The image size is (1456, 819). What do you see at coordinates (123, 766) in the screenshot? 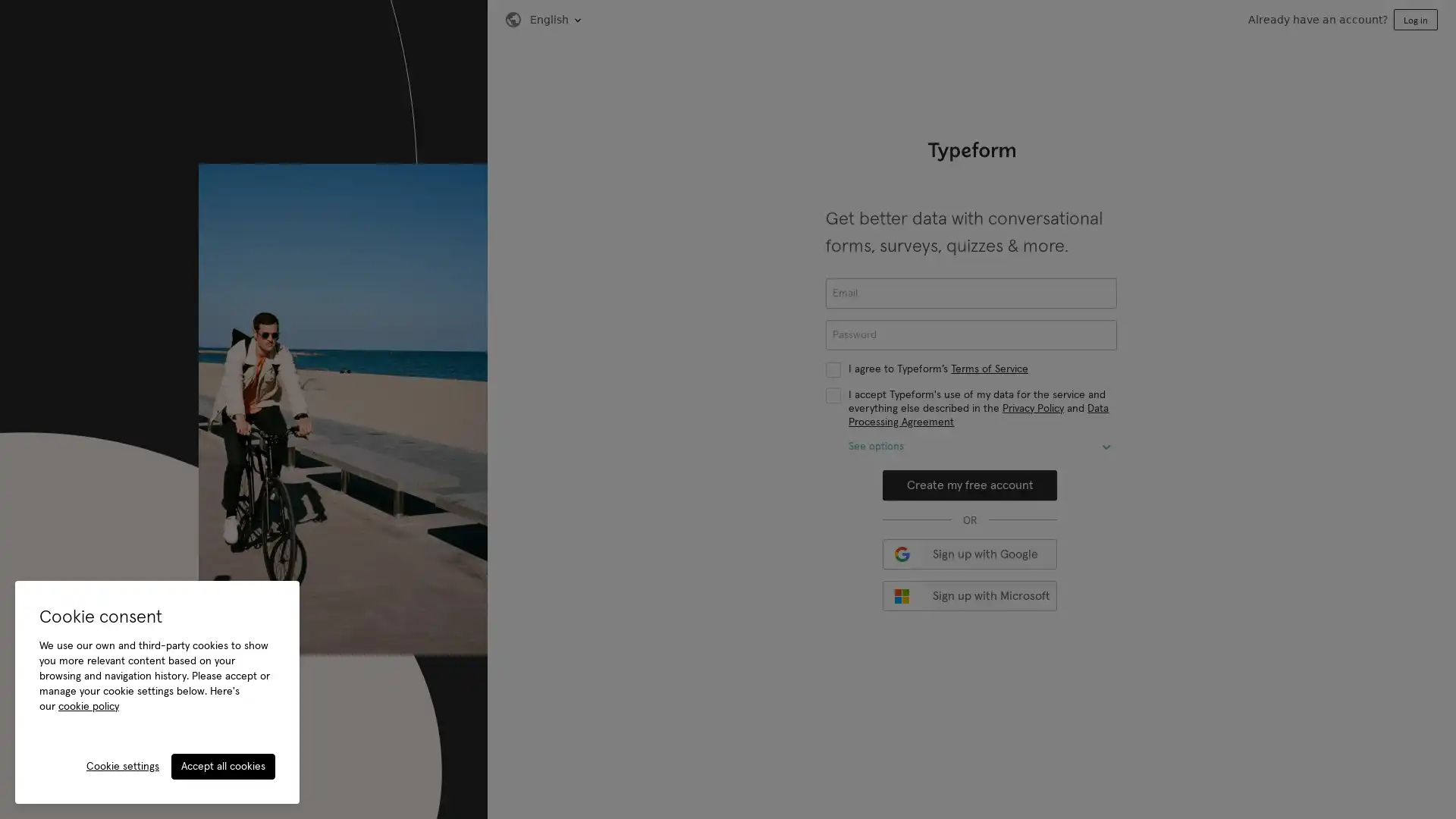
I see `Cookie settings` at bounding box center [123, 766].